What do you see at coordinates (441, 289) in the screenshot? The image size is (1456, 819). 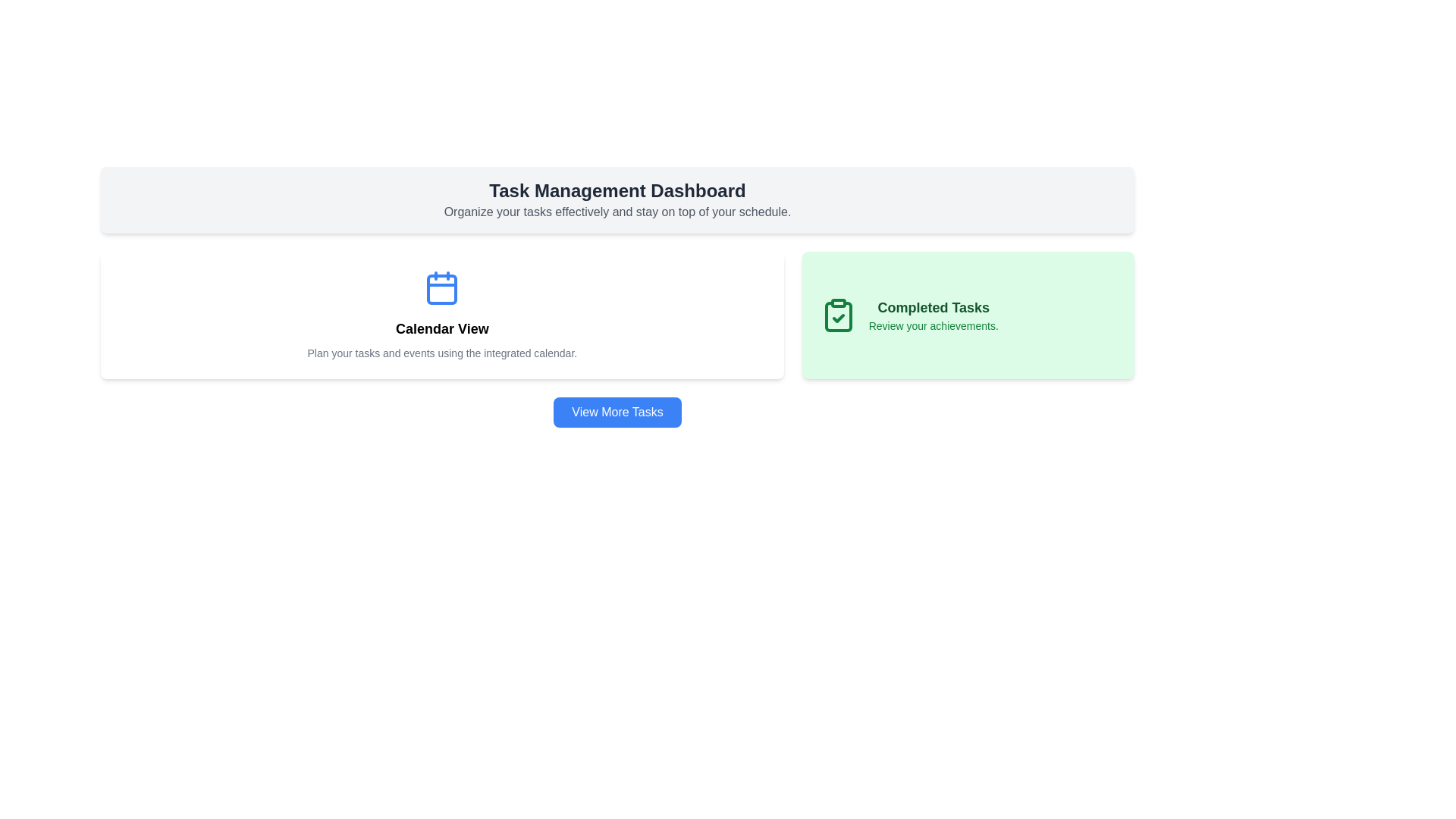 I see `the visual marker or date indicator within the calendar icon, which is located at the center of the calendar icon in the 'Calendar View' card on the dashboard` at bounding box center [441, 289].